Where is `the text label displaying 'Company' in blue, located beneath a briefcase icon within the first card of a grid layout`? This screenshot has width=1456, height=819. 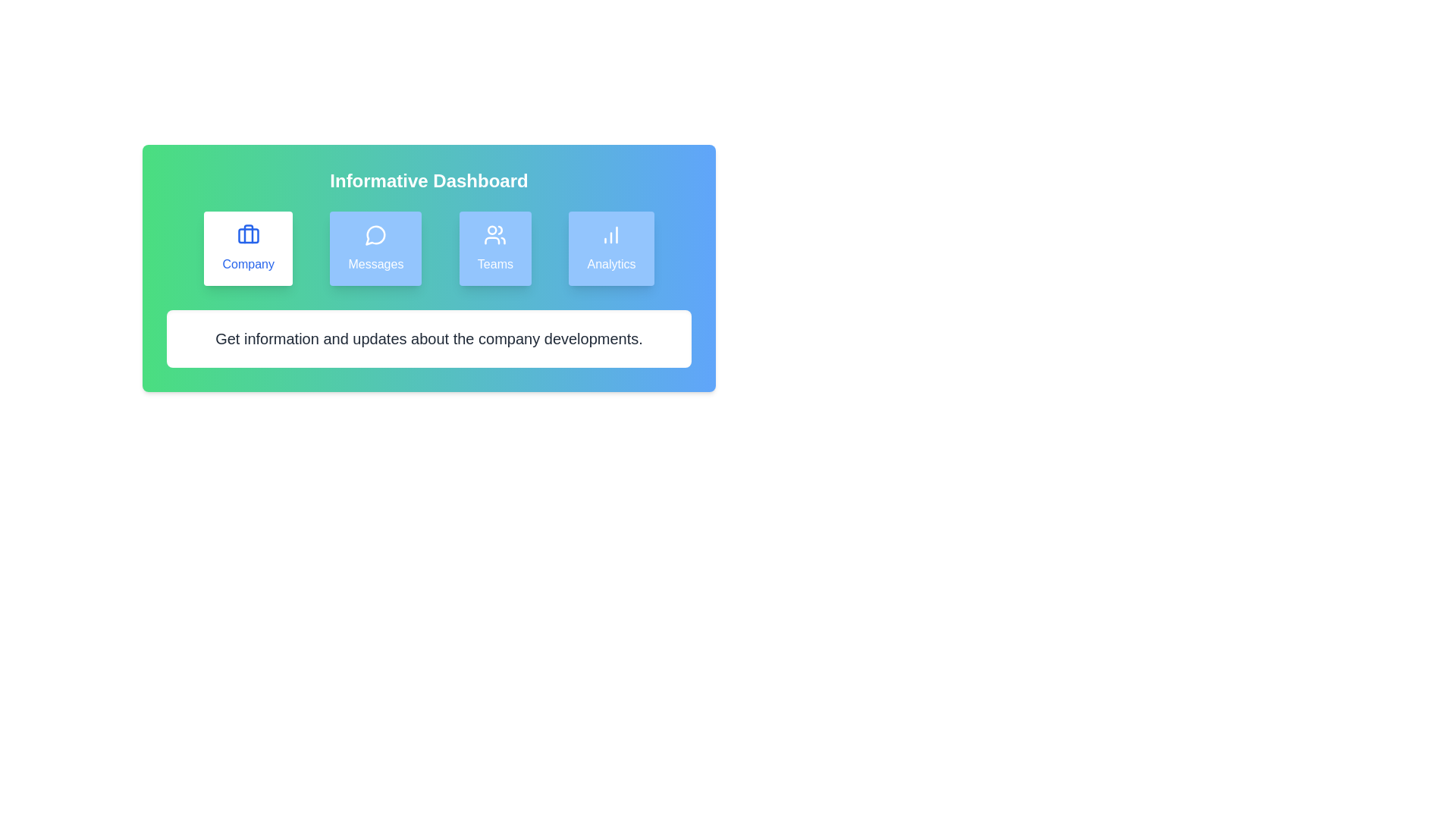
the text label displaying 'Company' in blue, located beneath a briefcase icon within the first card of a grid layout is located at coordinates (248, 263).